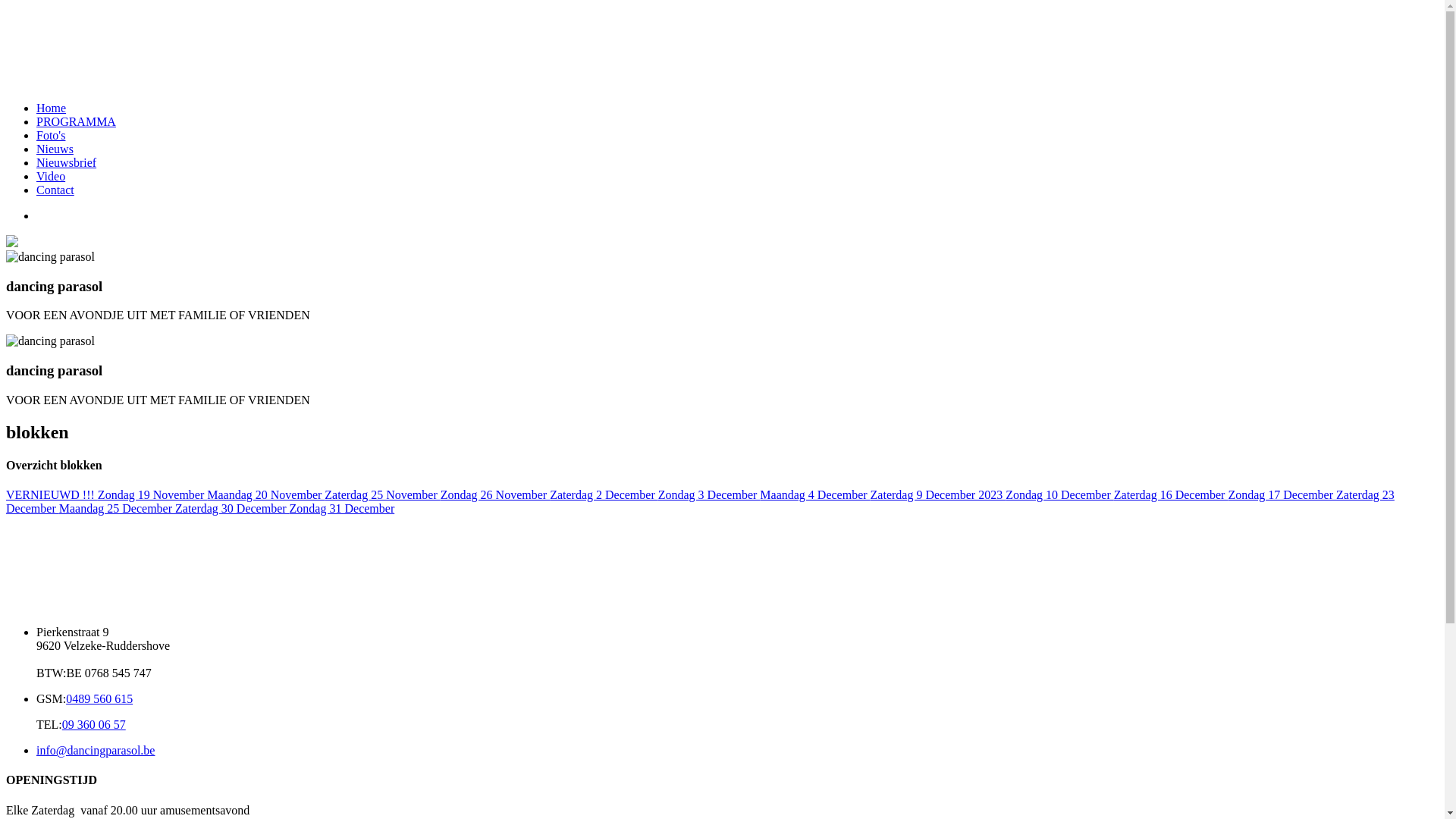 This screenshot has width=1456, height=819. Describe the element at coordinates (341, 508) in the screenshot. I see `'Zondag 31 December'` at that location.